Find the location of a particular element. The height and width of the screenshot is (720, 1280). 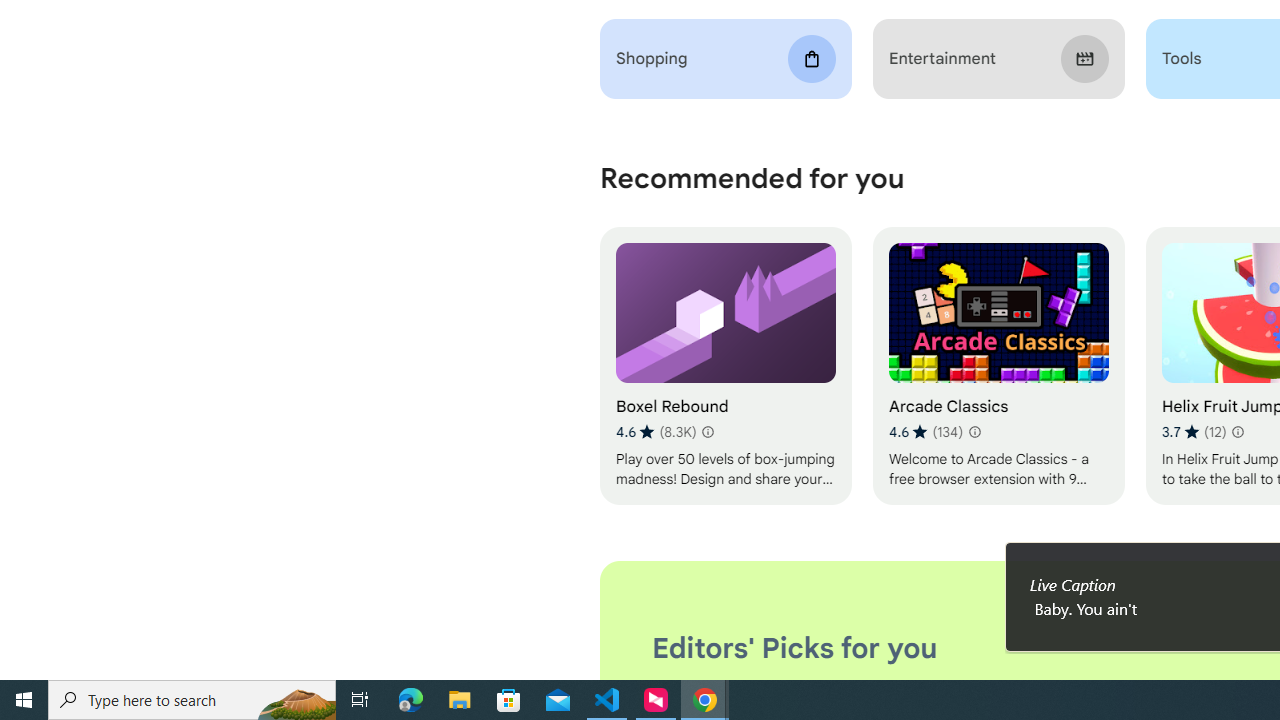

'Boxel Rebound' is located at coordinates (724, 366).